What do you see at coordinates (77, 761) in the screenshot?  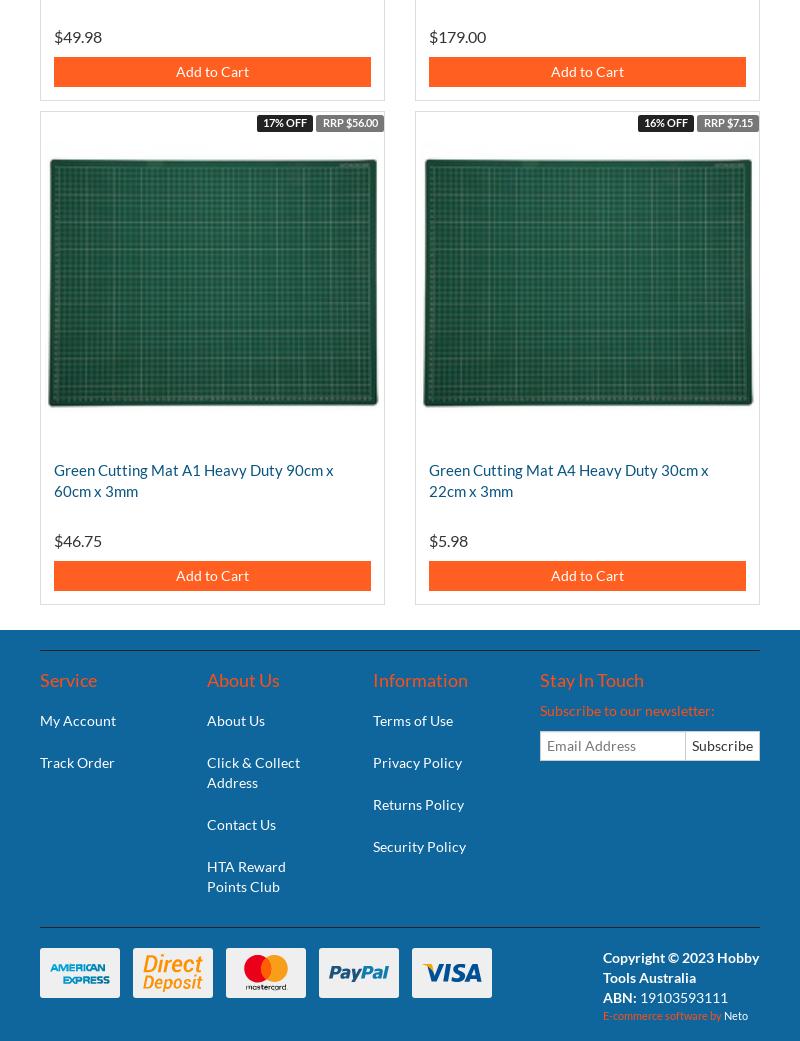 I see `'Track Order'` at bounding box center [77, 761].